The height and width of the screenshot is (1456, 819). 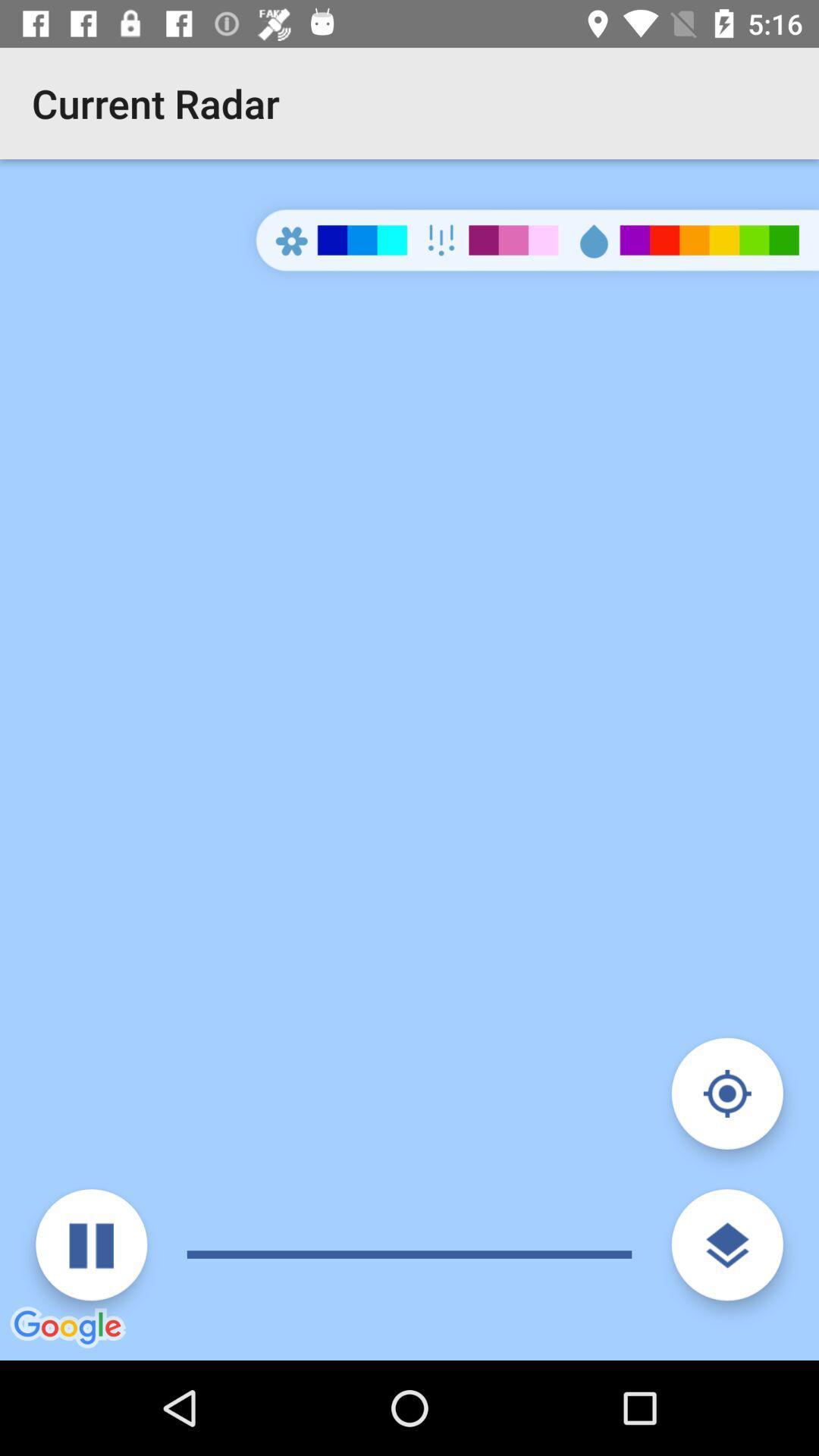 What do you see at coordinates (409, 760) in the screenshot?
I see `the icon below the current radar` at bounding box center [409, 760].